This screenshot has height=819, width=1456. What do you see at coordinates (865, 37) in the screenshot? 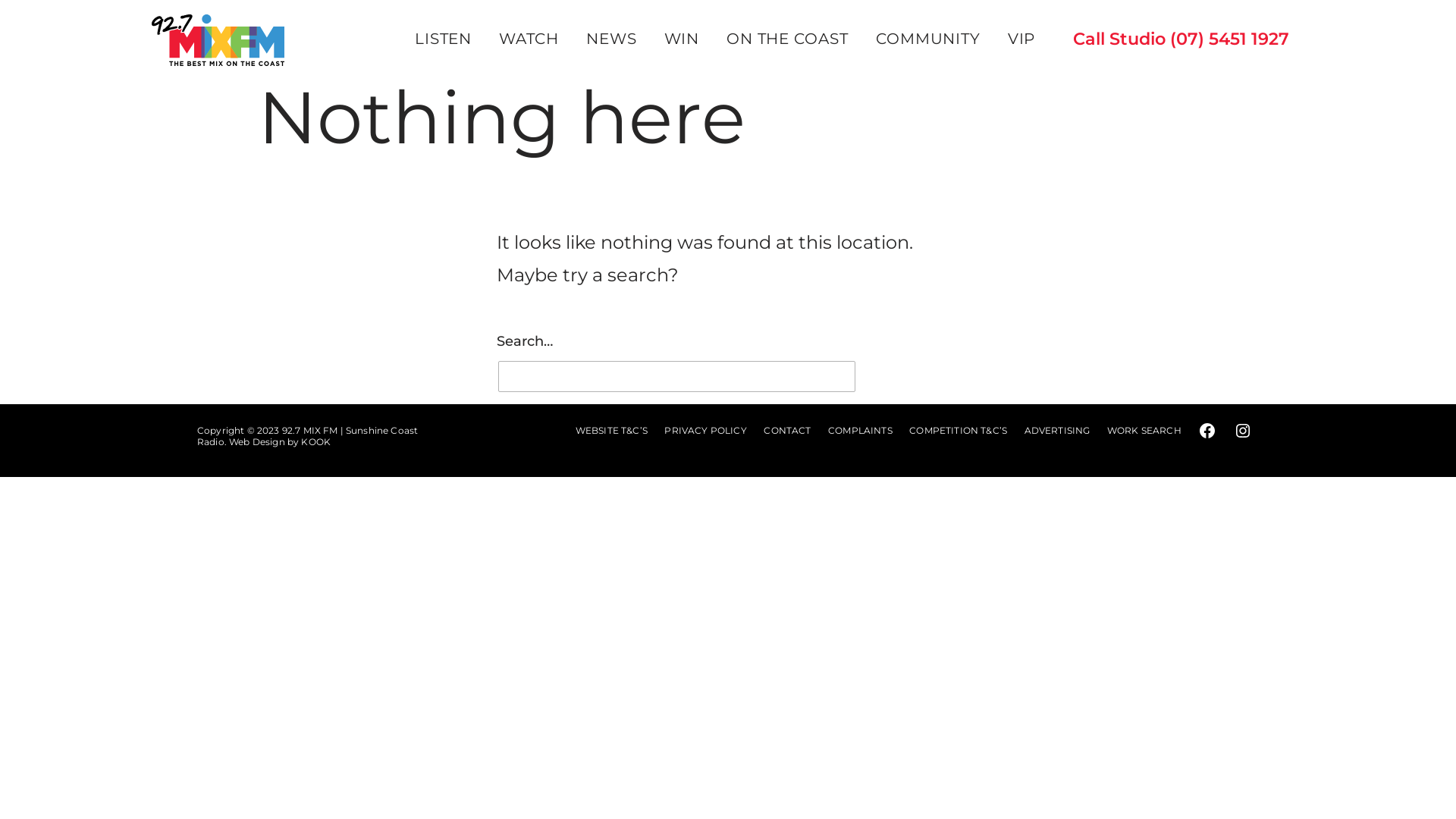
I see `'COMMUNITY'` at bounding box center [865, 37].